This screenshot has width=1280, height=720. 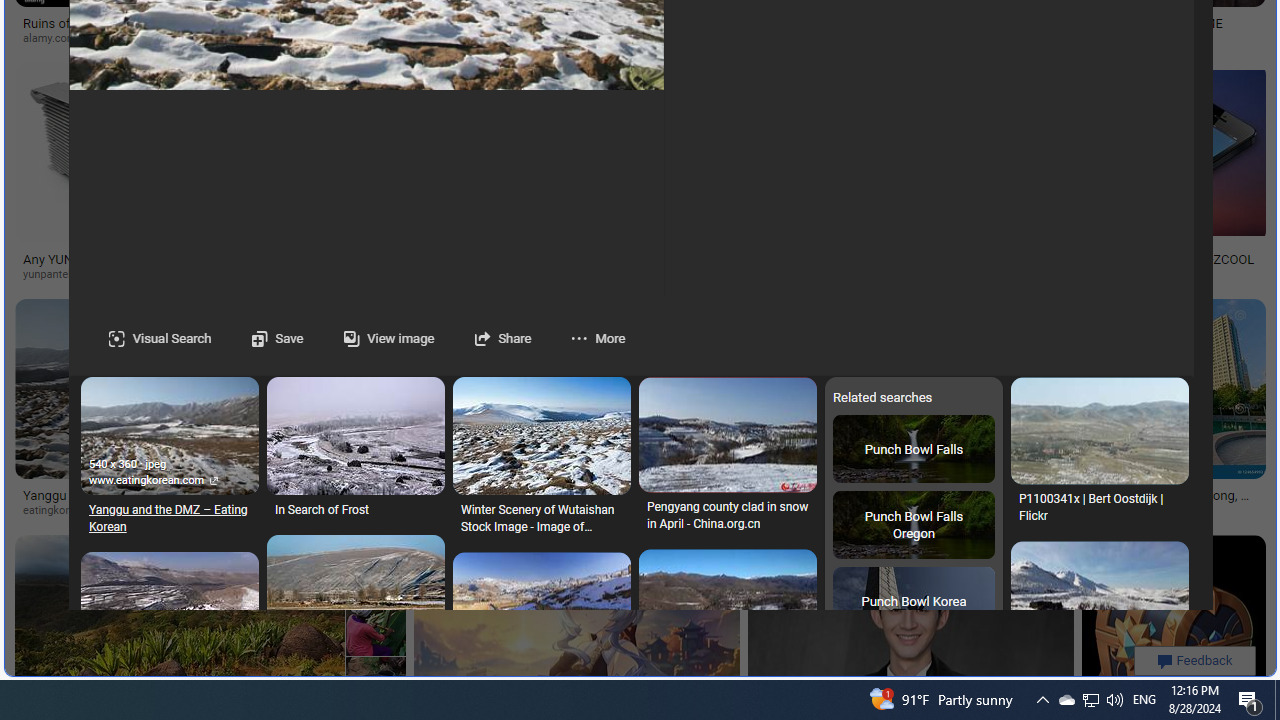 I want to click on 'Visual Search', so click(x=160, y=337).